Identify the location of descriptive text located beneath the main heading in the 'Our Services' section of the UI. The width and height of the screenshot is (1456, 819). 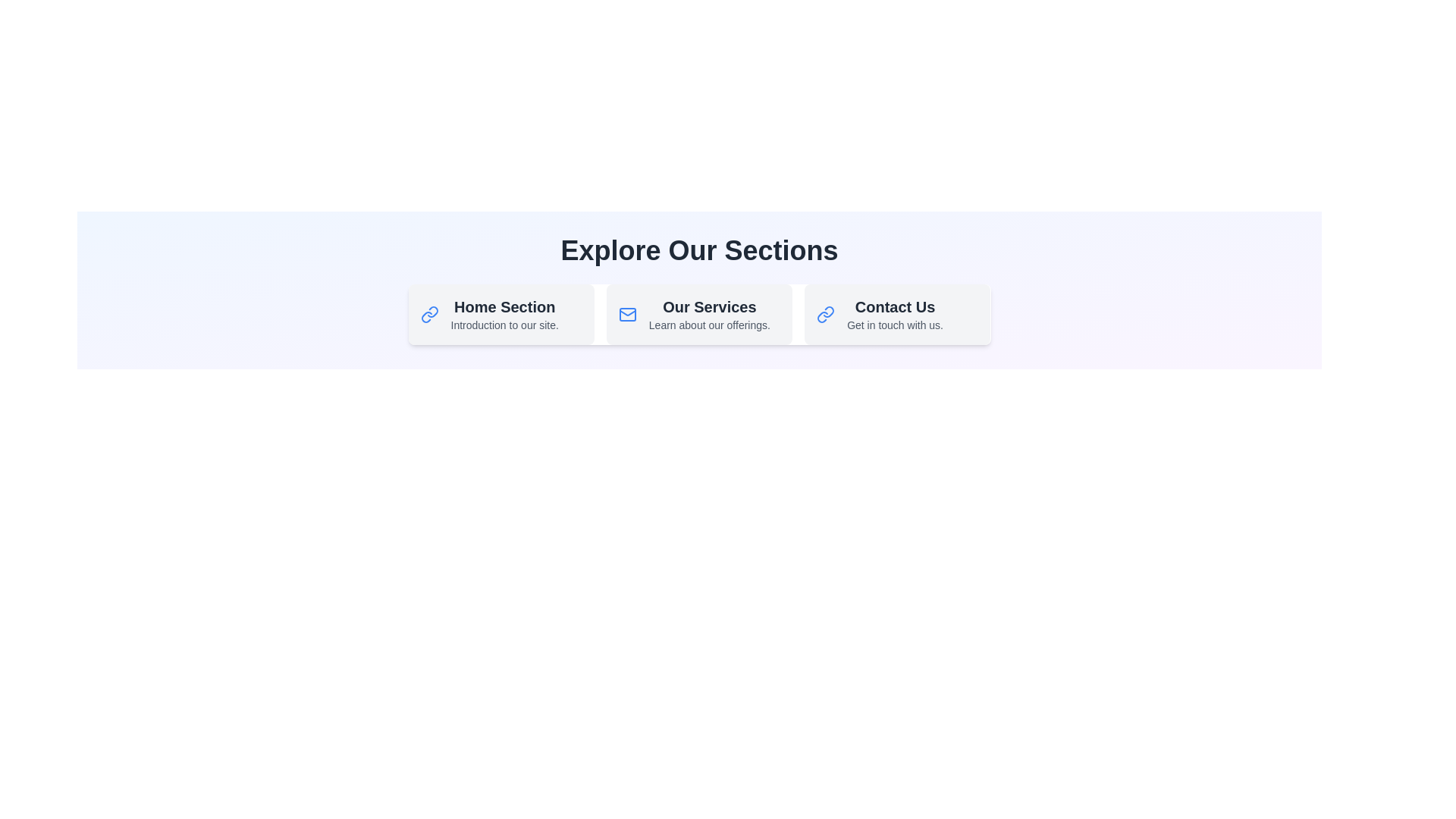
(708, 324).